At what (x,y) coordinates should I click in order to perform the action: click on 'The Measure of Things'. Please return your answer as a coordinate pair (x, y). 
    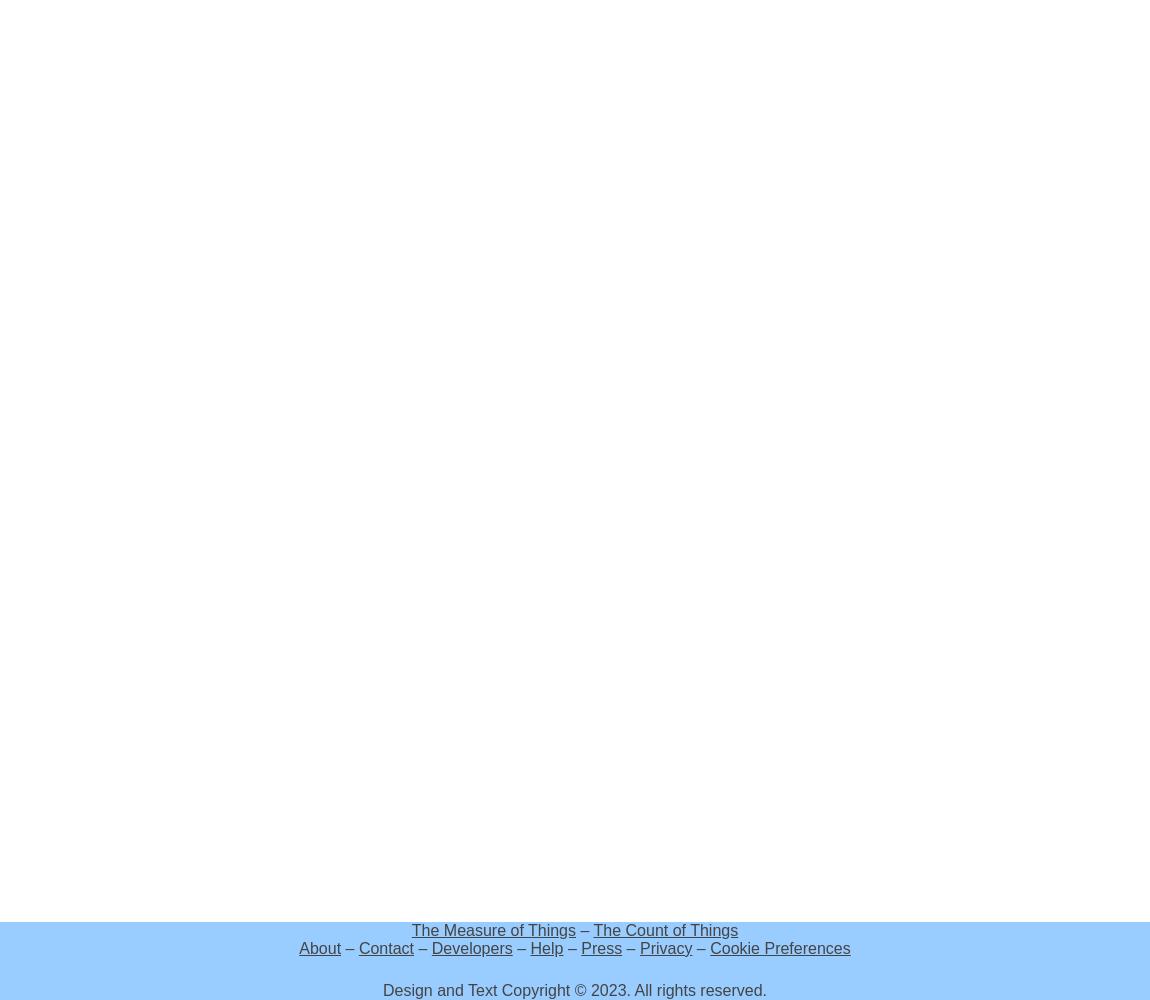
    Looking at the image, I should click on (493, 930).